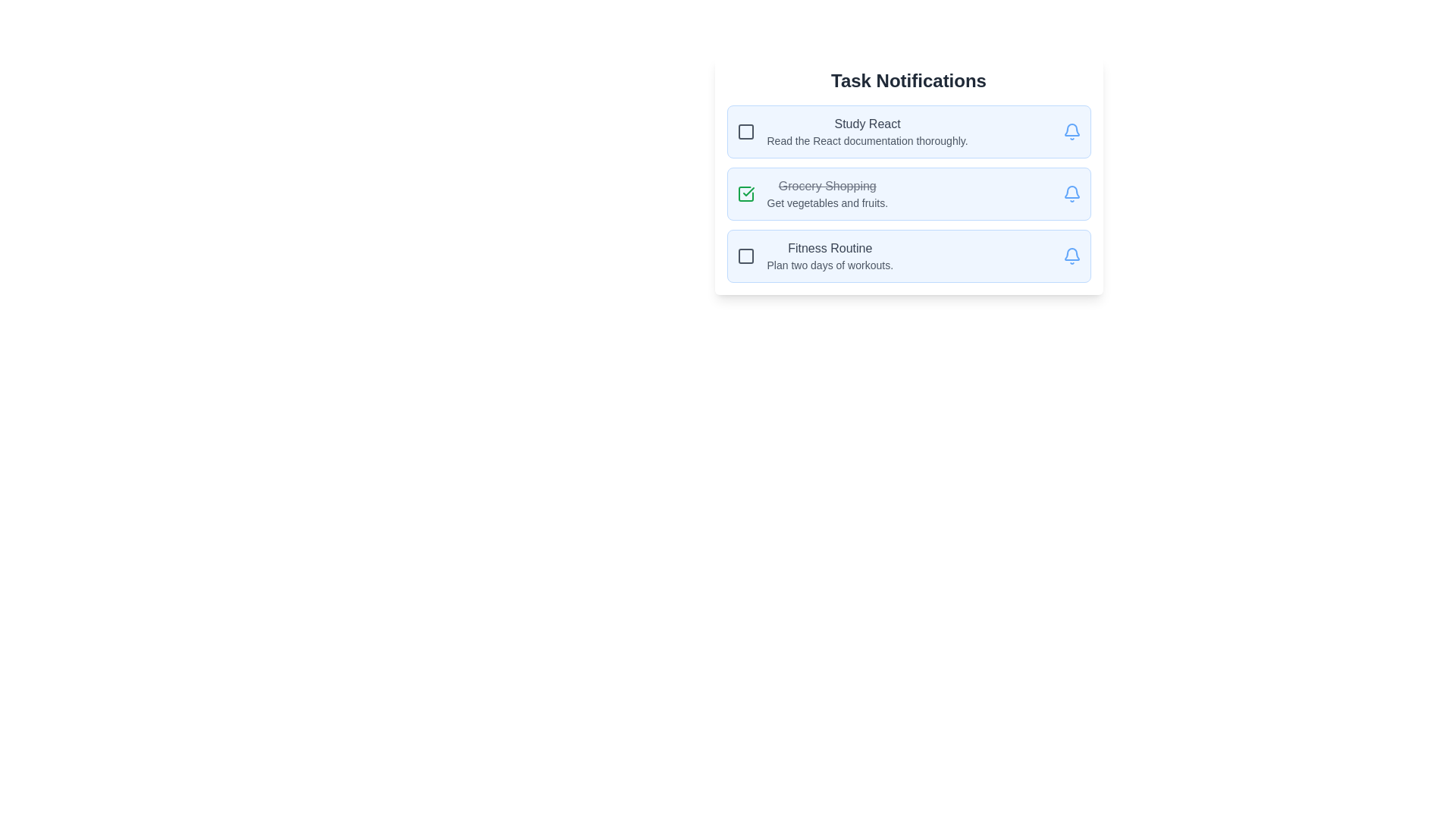 This screenshot has height=819, width=1456. Describe the element at coordinates (868, 140) in the screenshot. I see `the description text element located directly below 'Study React' in the first task card of the 'Task Notifications' list` at that location.